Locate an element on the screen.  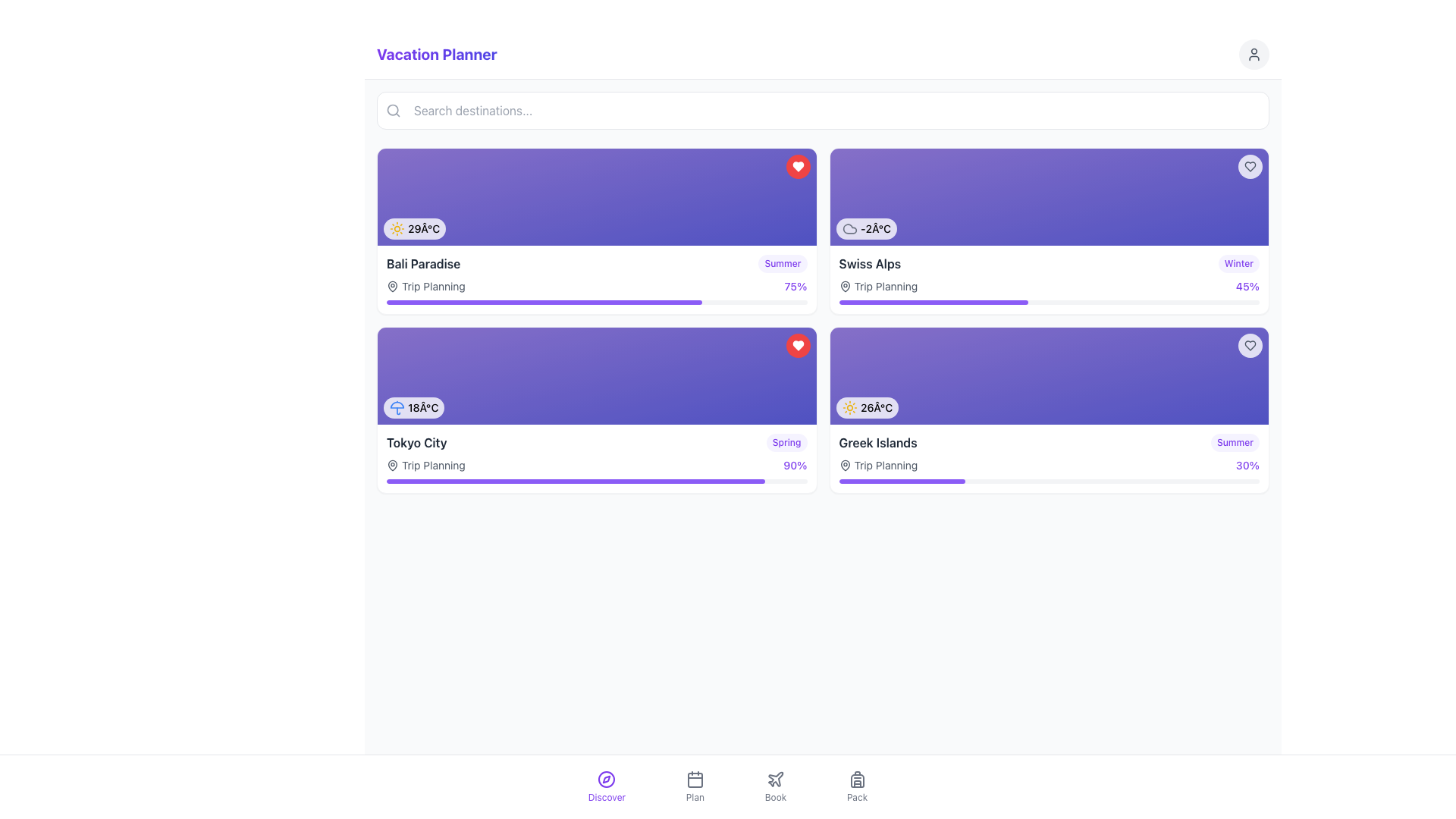
the 'Trip Planning' text label displayed in dark gray font, located below the 'Swiss Alps' title and next to a pin-like icon is located at coordinates (886, 287).